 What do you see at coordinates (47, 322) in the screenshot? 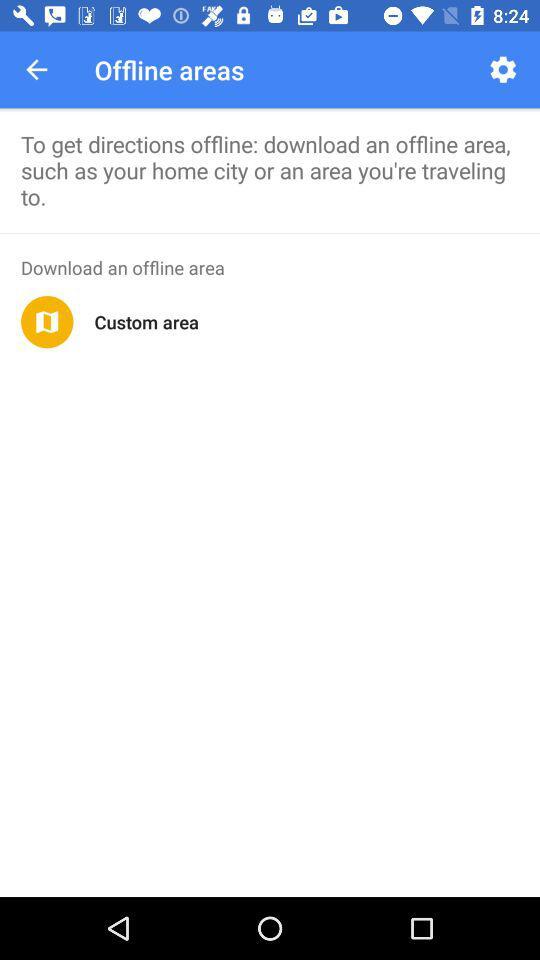
I see `the item next to custom area` at bounding box center [47, 322].